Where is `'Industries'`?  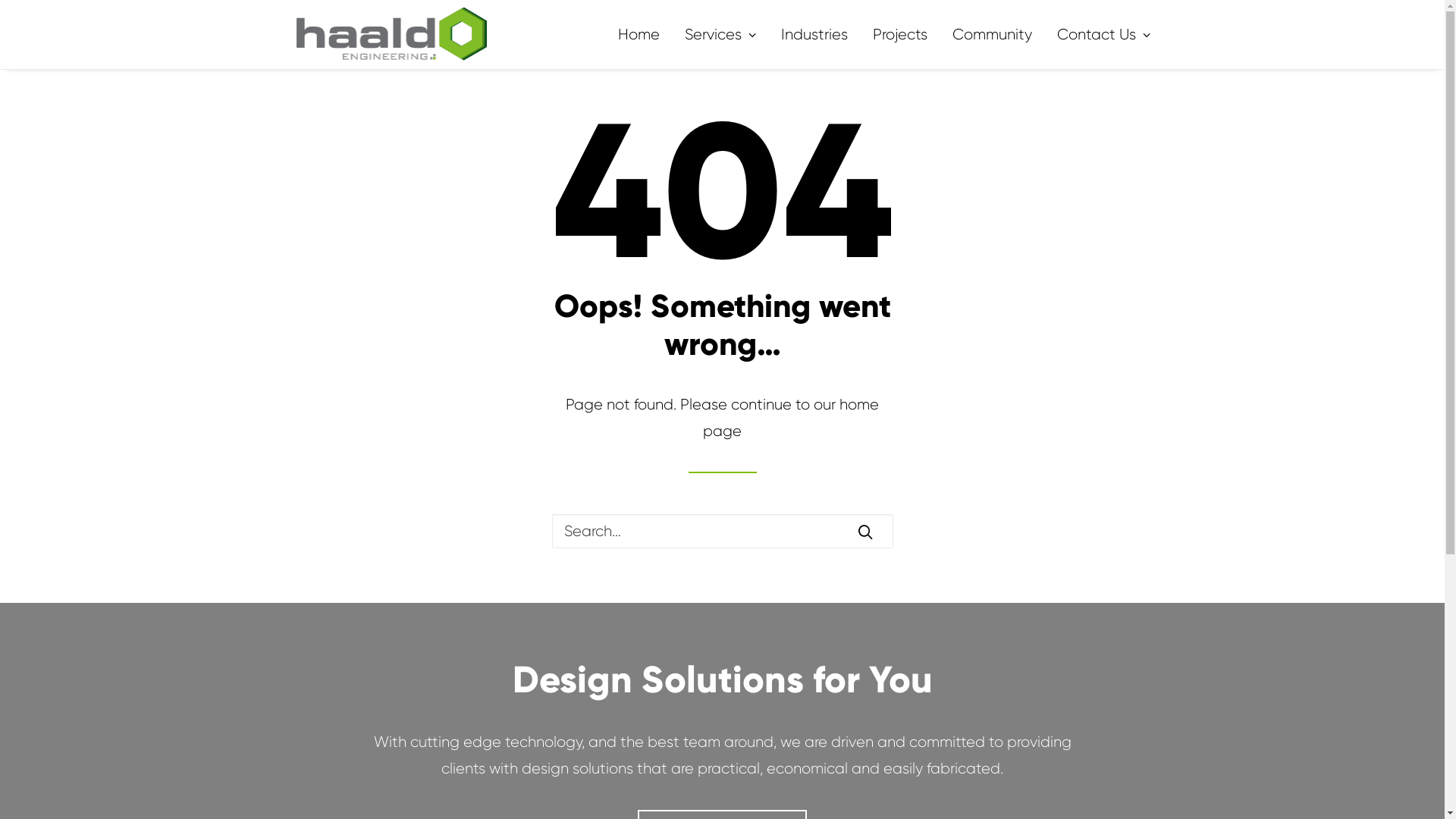 'Industries' is located at coordinates (814, 34).